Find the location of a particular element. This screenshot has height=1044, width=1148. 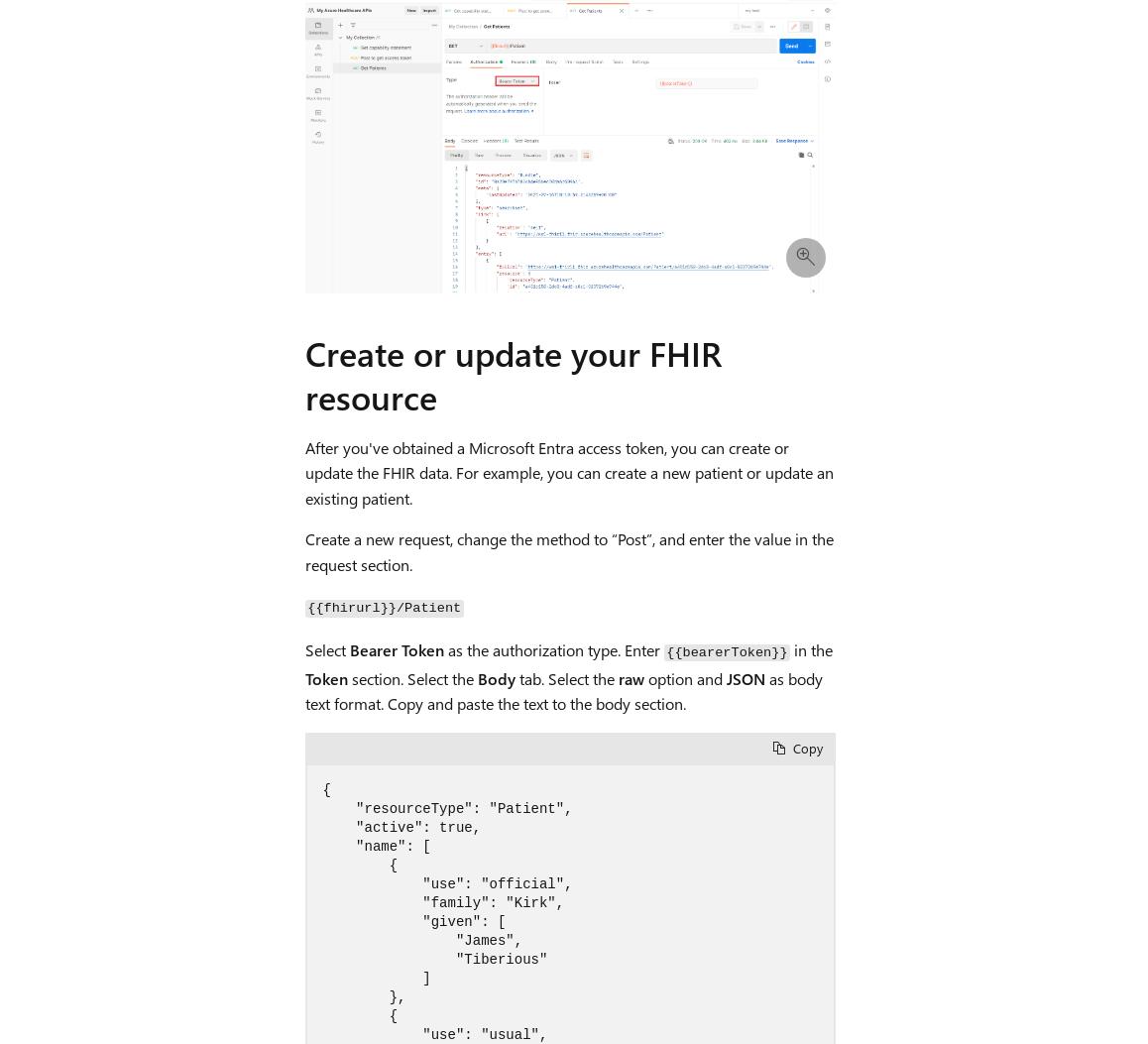

'{{fhirurl}}/Patient' is located at coordinates (383, 608).